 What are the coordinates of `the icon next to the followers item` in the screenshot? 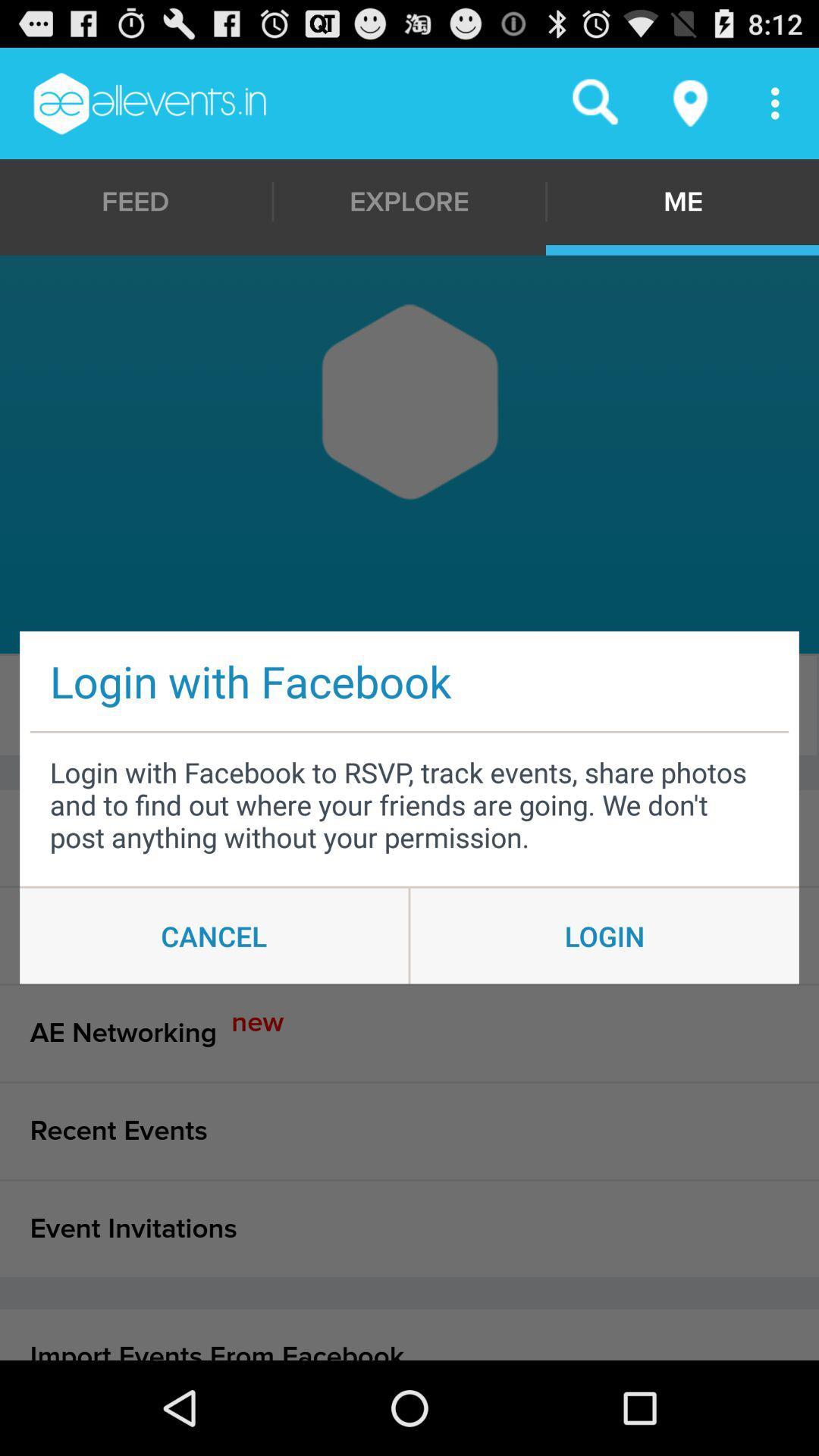 It's located at (679, 704).